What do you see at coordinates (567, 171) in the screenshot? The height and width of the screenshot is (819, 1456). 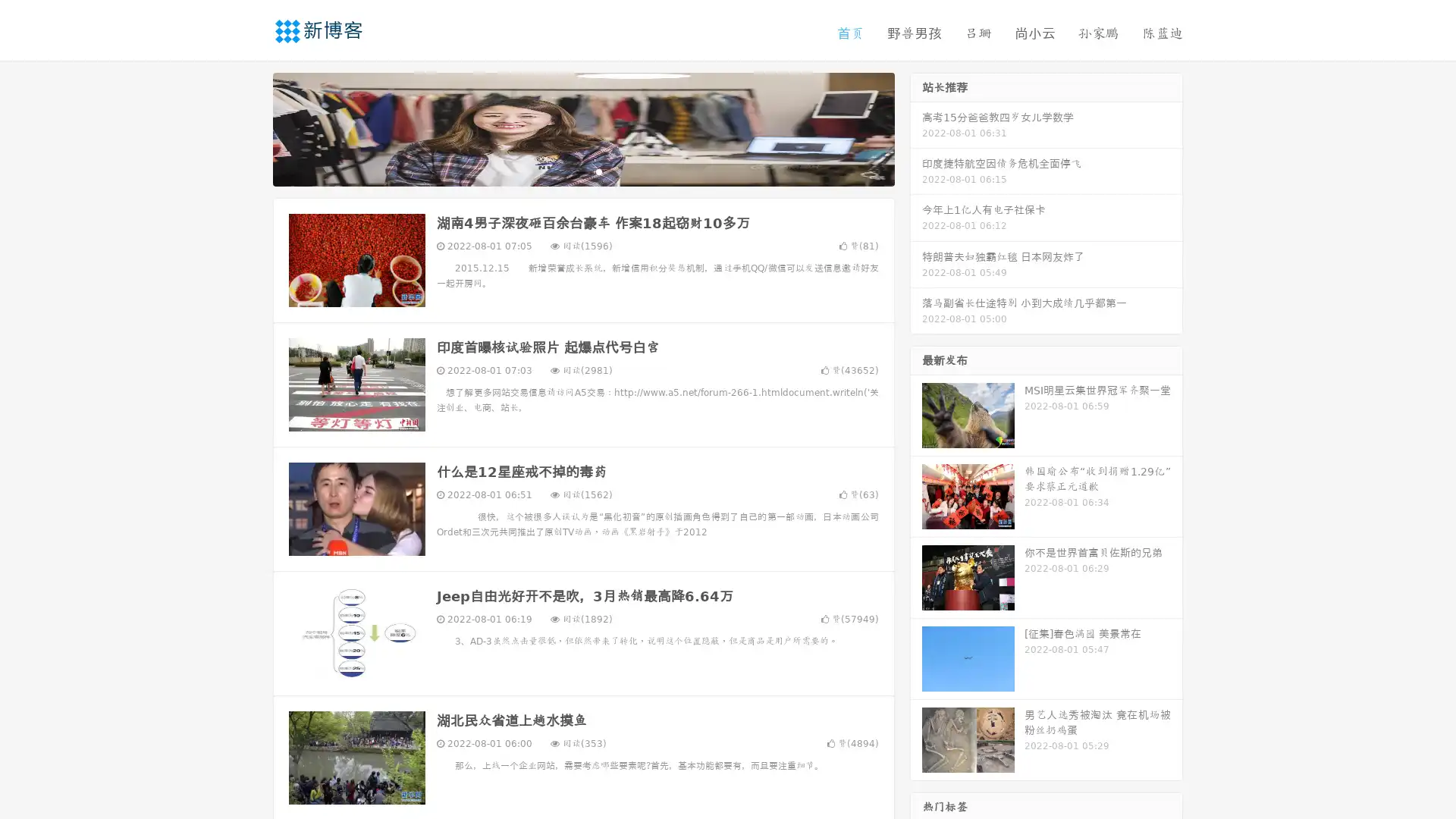 I see `Go to slide 1` at bounding box center [567, 171].